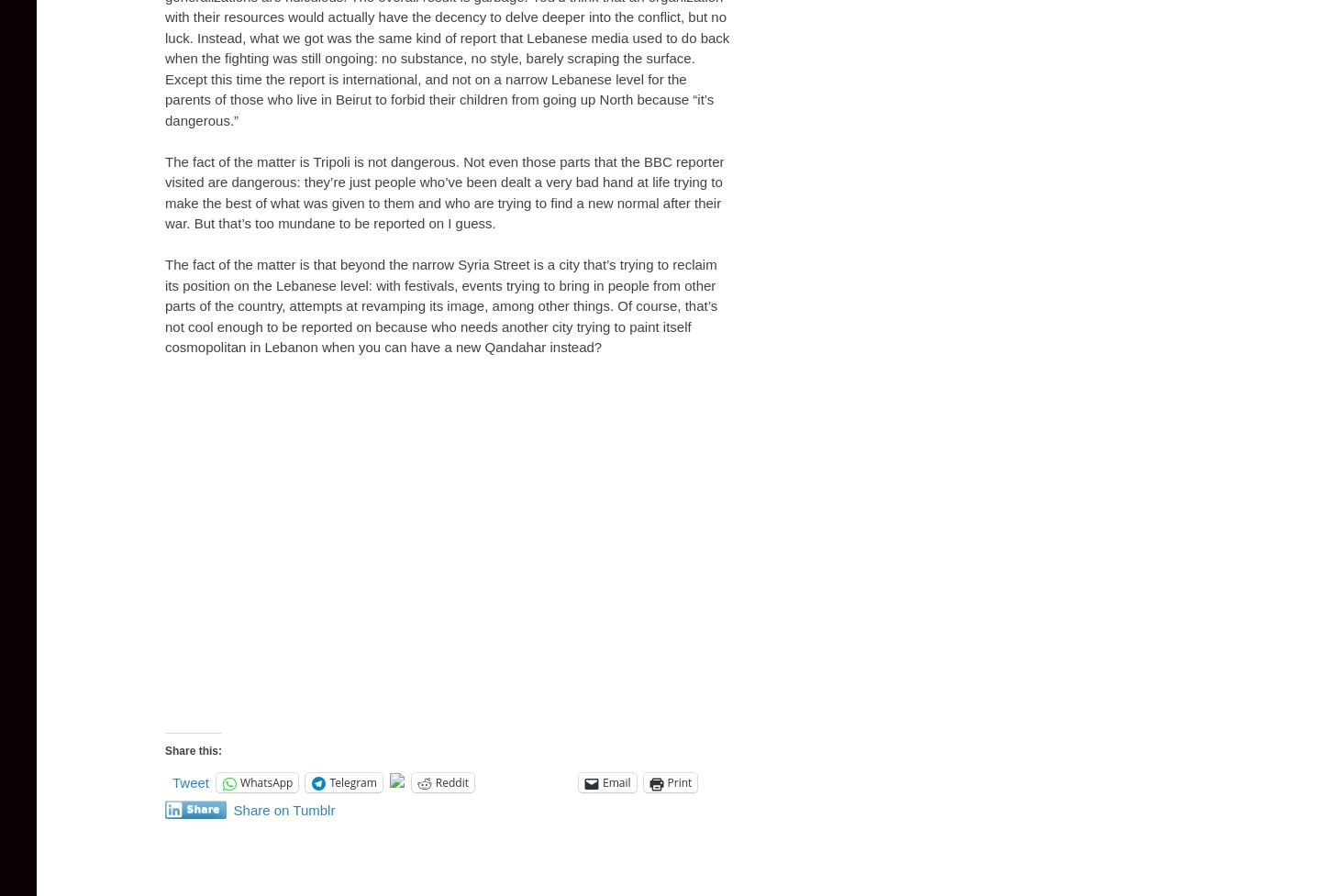 The image size is (1321, 896). I want to click on 'Share this:', so click(193, 749).